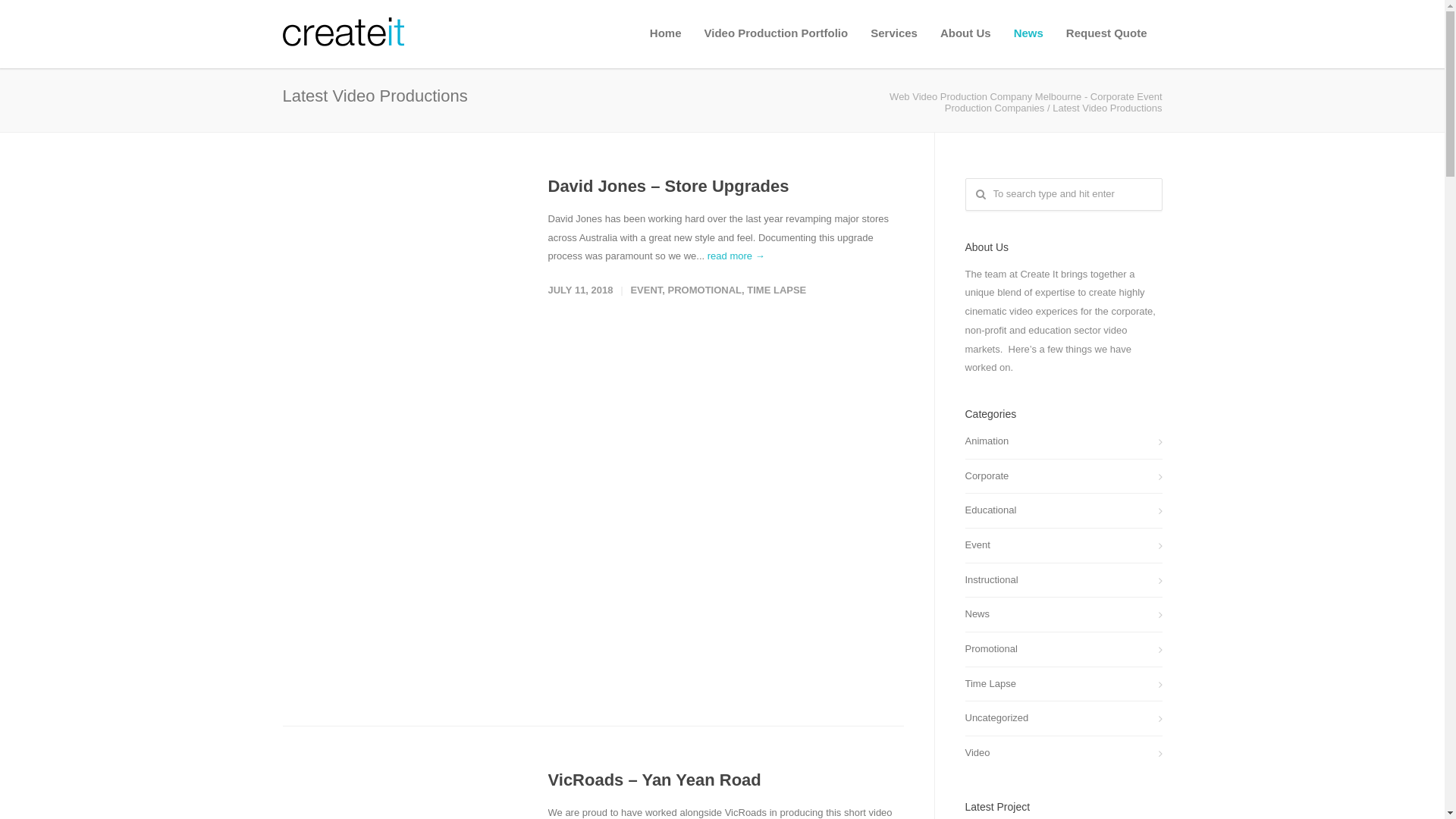  I want to click on 'EVENT', so click(645, 290).